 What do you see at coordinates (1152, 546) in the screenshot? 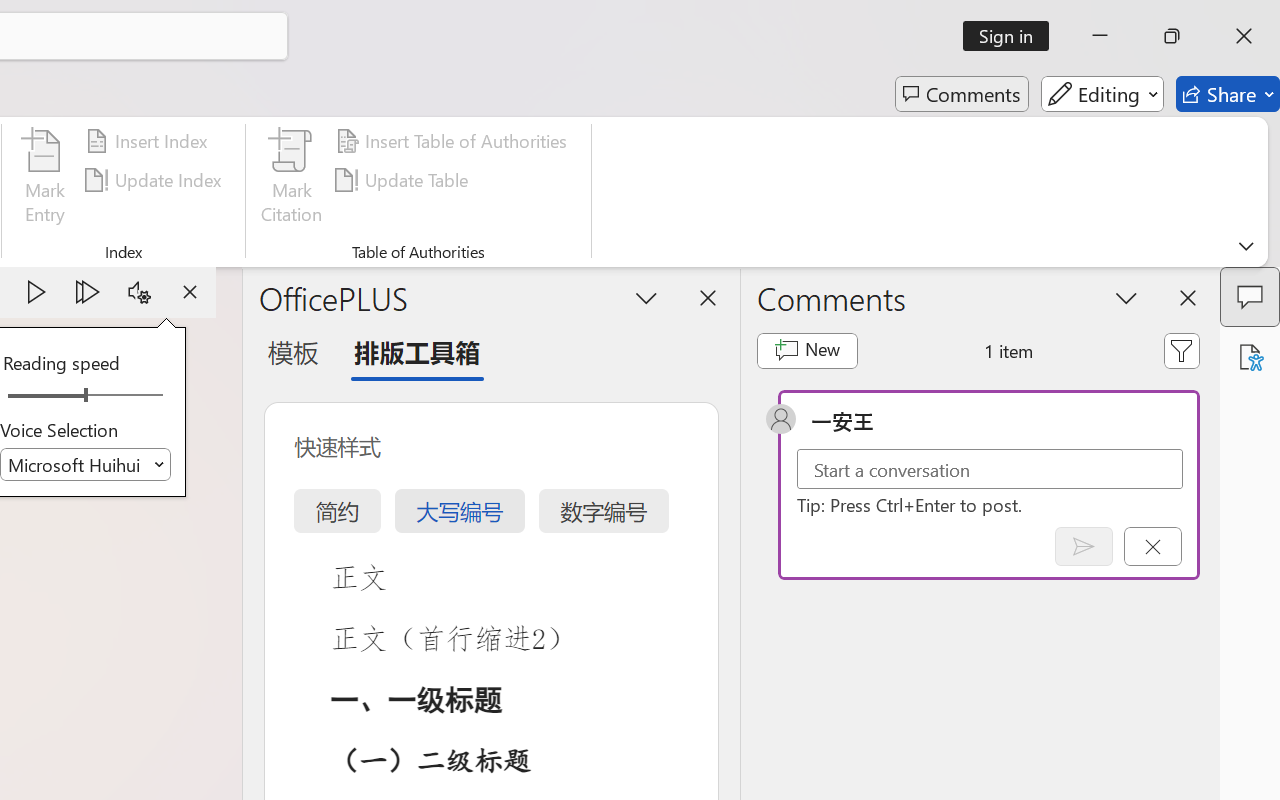
I see `'Cancel'` at bounding box center [1152, 546].